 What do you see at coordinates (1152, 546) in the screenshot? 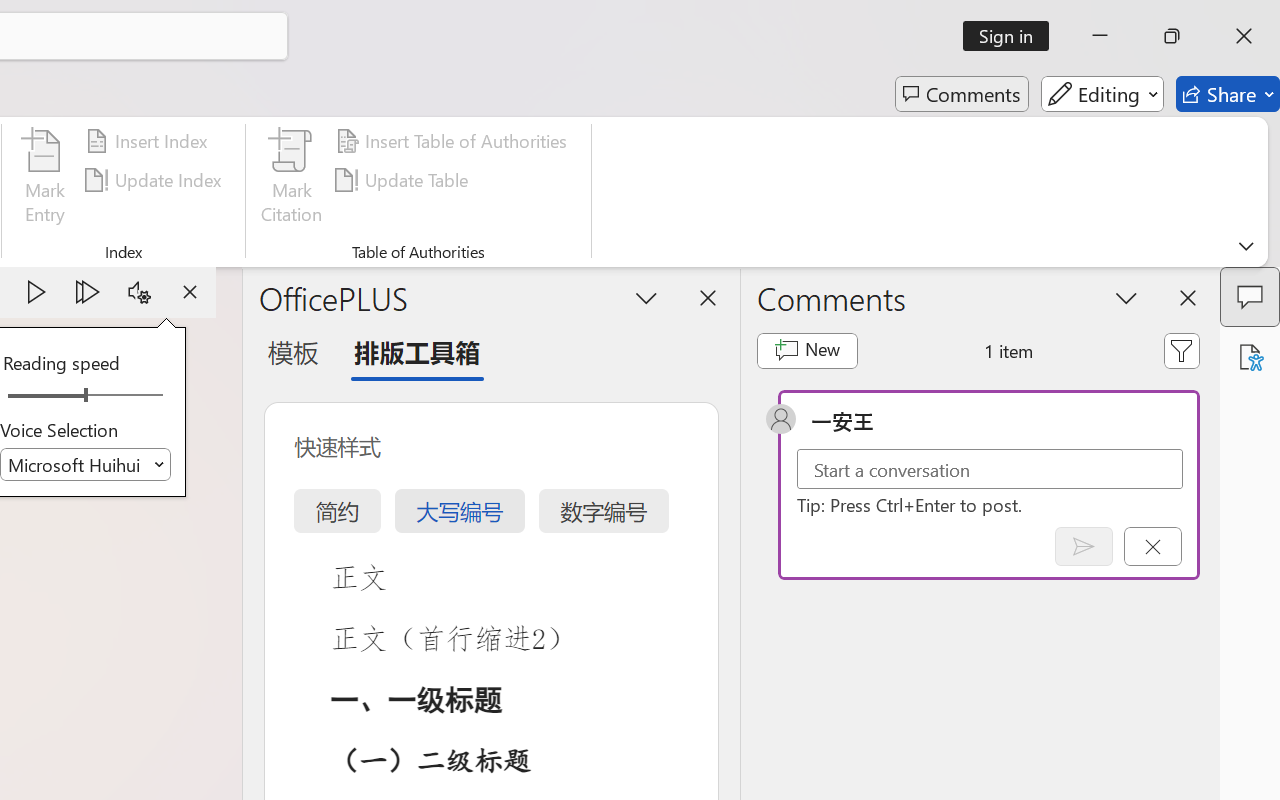
I see `'Cancel'` at bounding box center [1152, 546].